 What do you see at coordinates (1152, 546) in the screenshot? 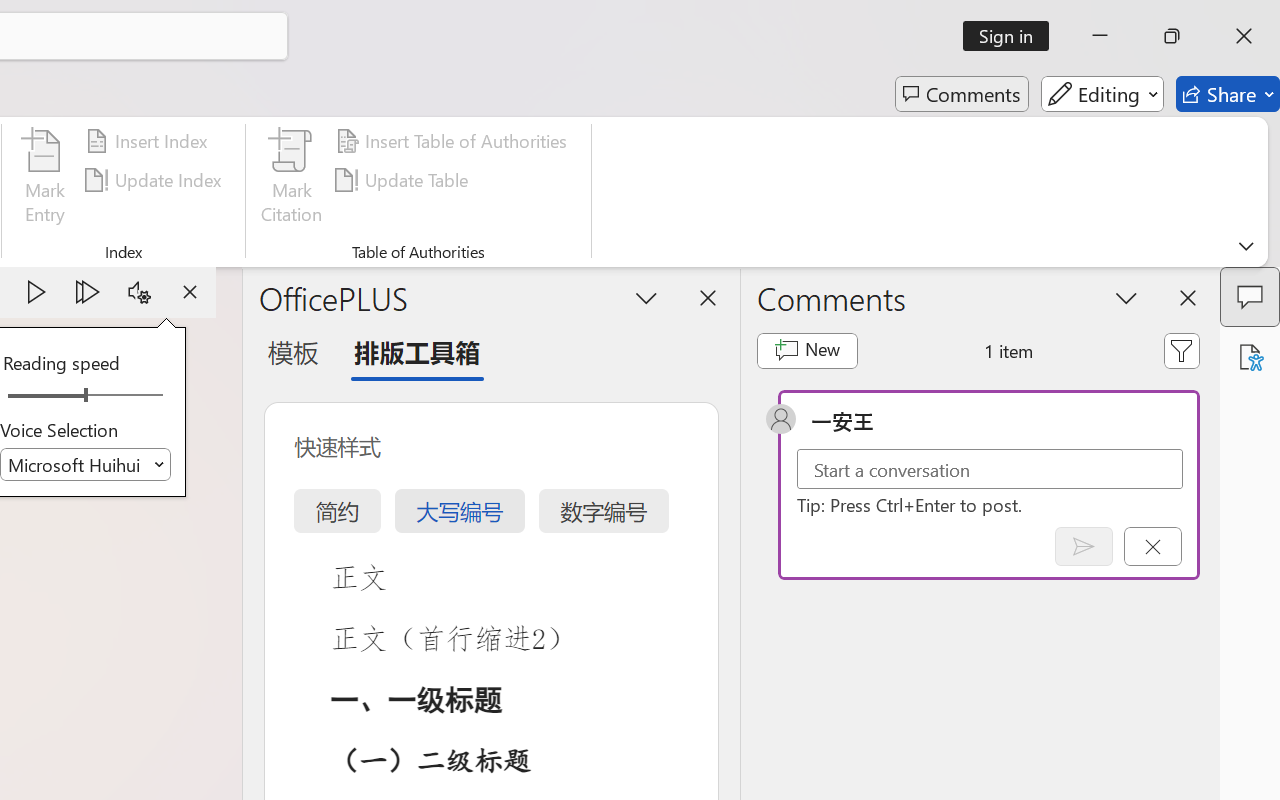
I see `'Cancel'` at bounding box center [1152, 546].